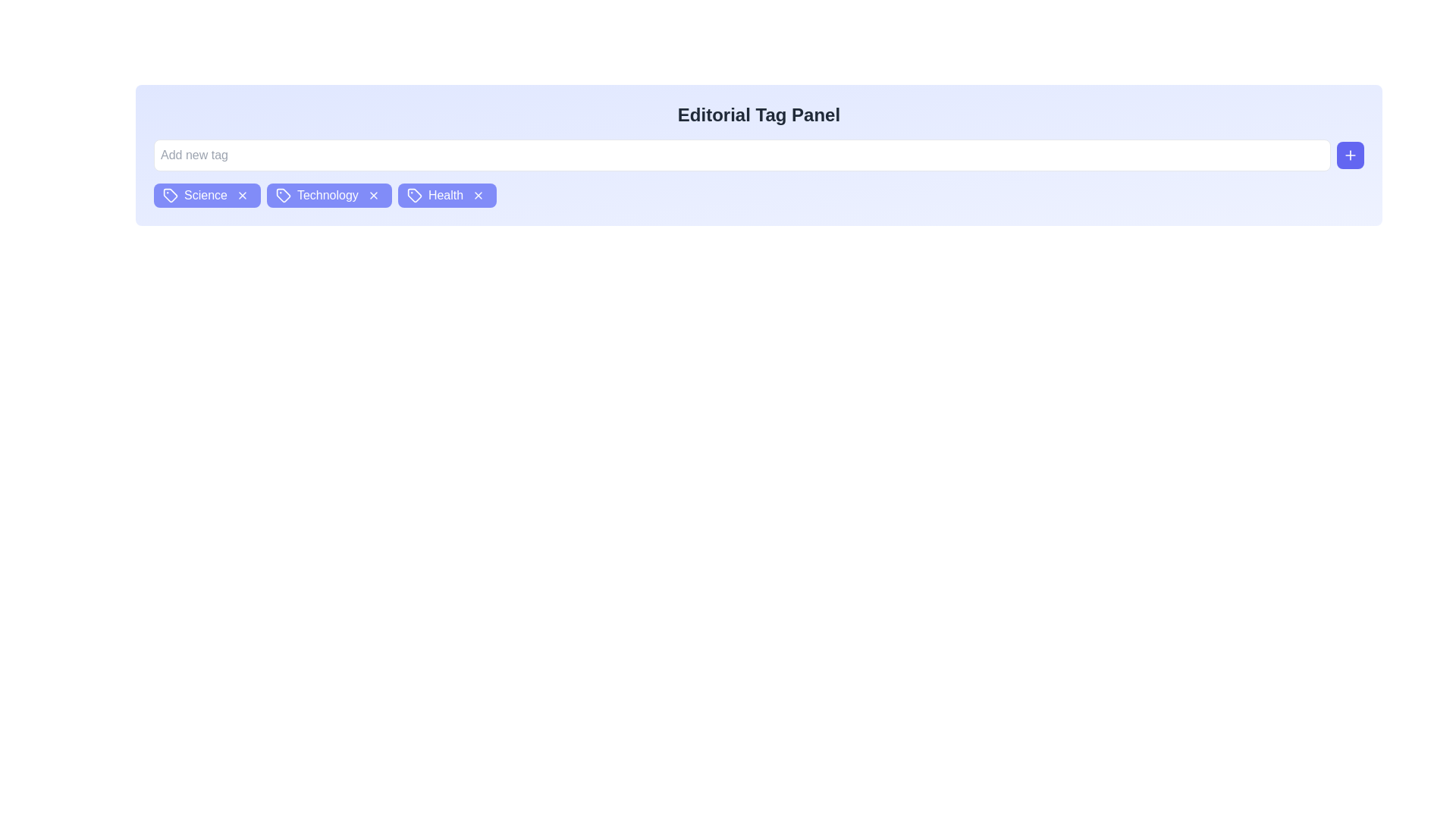 The image size is (1456, 819). What do you see at coordinates (241, 195) in the screenshot?
I see `the close button located immediately to the right of the 'Science' tag to change its background color` at bounding box center [241, 195].